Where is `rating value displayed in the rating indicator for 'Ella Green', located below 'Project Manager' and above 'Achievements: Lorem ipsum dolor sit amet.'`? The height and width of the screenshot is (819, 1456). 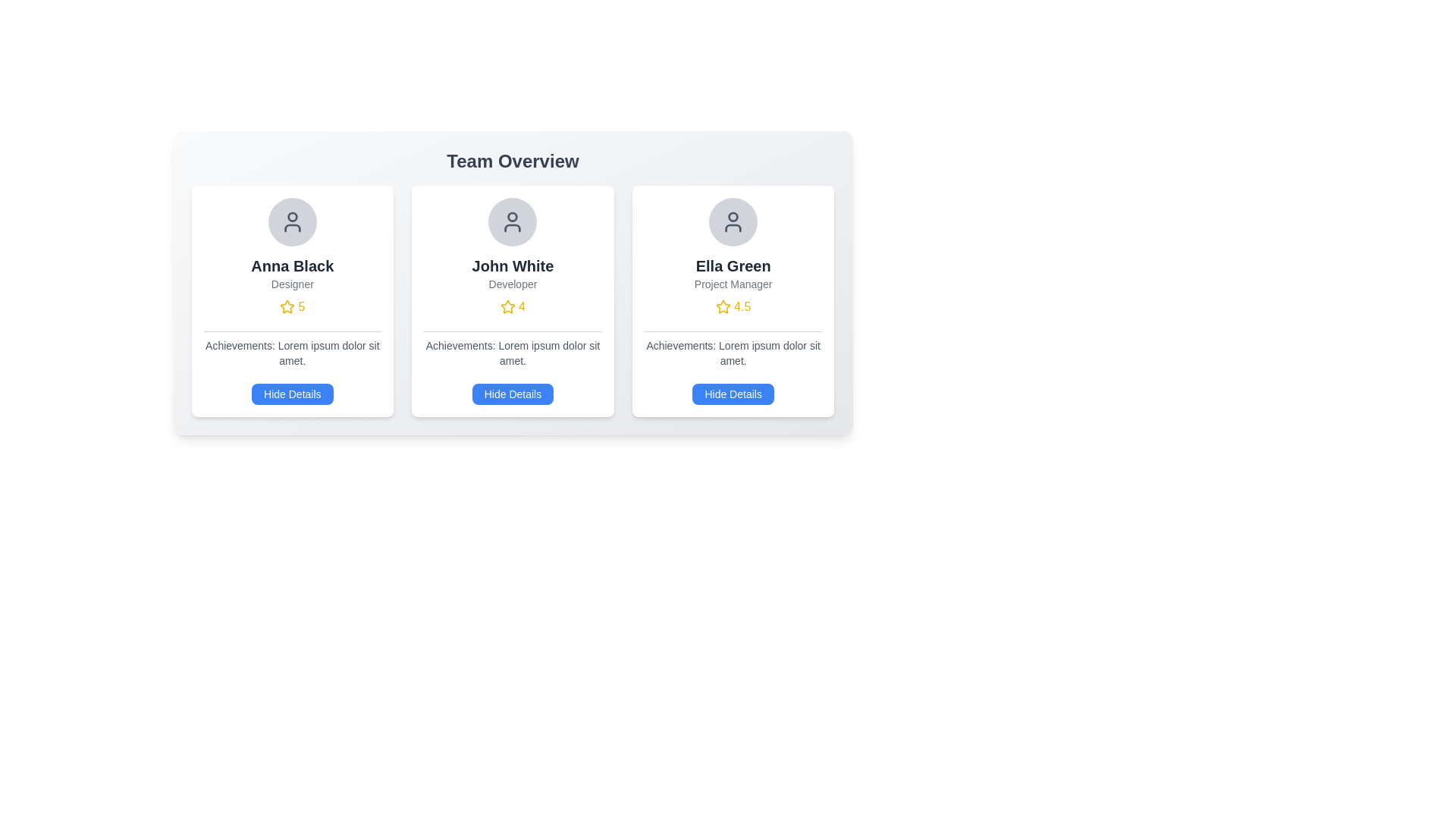 rating value displayed in the rating indicator for 'Ella Green', located below 'Project Manager' and above 'Achievements: Lorem ipsum dolor sit amet.' is located at coordinates (733, 307).